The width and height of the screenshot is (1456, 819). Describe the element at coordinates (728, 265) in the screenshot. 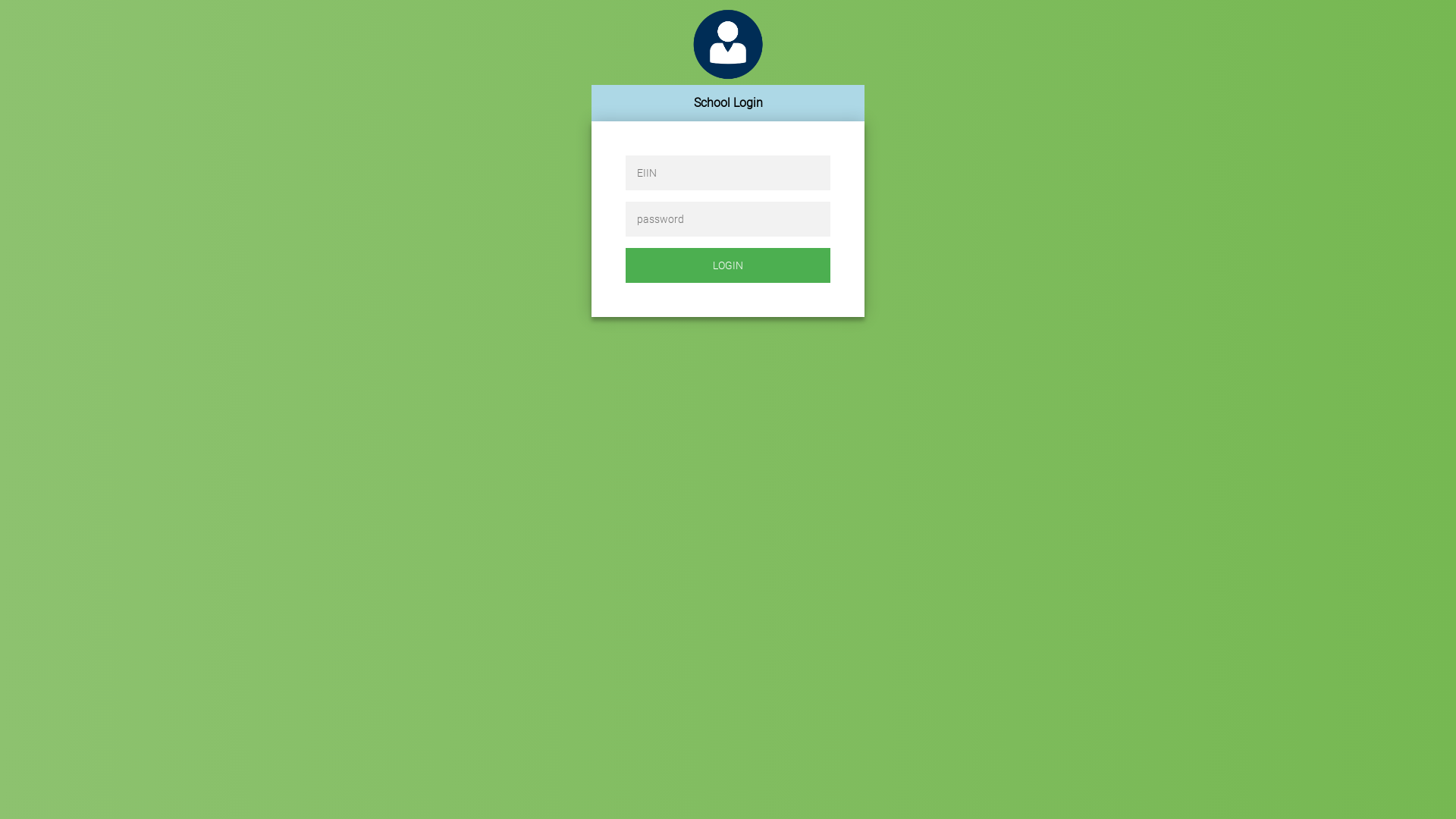

I see `'LOGIN'` at that location.